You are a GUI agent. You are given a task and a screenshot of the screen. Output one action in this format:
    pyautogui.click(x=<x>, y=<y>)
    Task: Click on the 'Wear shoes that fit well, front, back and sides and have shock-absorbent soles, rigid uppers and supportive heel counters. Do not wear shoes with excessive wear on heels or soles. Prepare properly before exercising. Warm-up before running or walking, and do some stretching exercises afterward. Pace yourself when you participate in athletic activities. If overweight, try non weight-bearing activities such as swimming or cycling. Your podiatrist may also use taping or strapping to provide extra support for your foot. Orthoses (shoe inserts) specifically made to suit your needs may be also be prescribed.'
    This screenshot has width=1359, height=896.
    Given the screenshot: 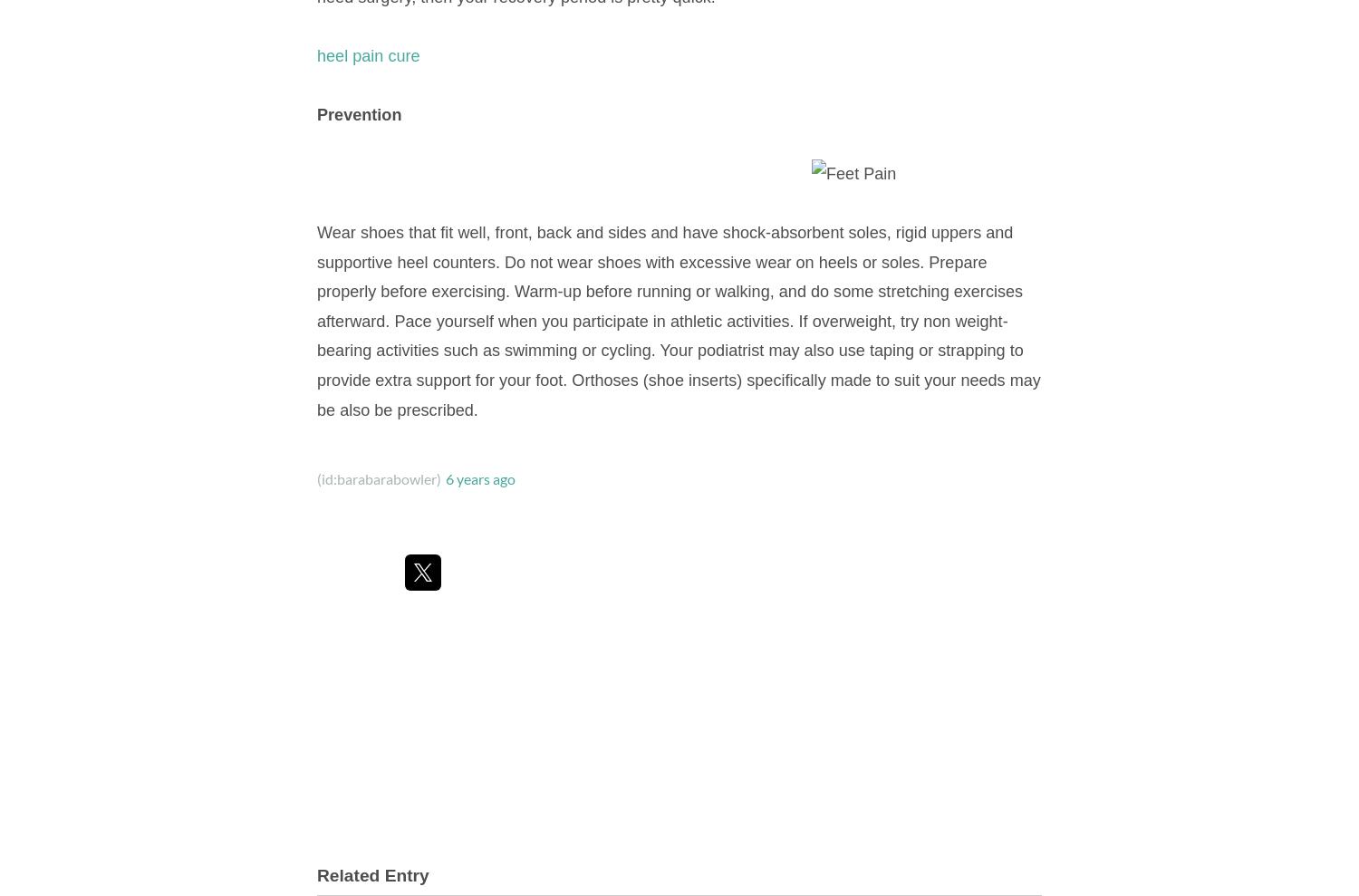 What is the action you would take?
    pyautogui.click(x=677, y=320)
    